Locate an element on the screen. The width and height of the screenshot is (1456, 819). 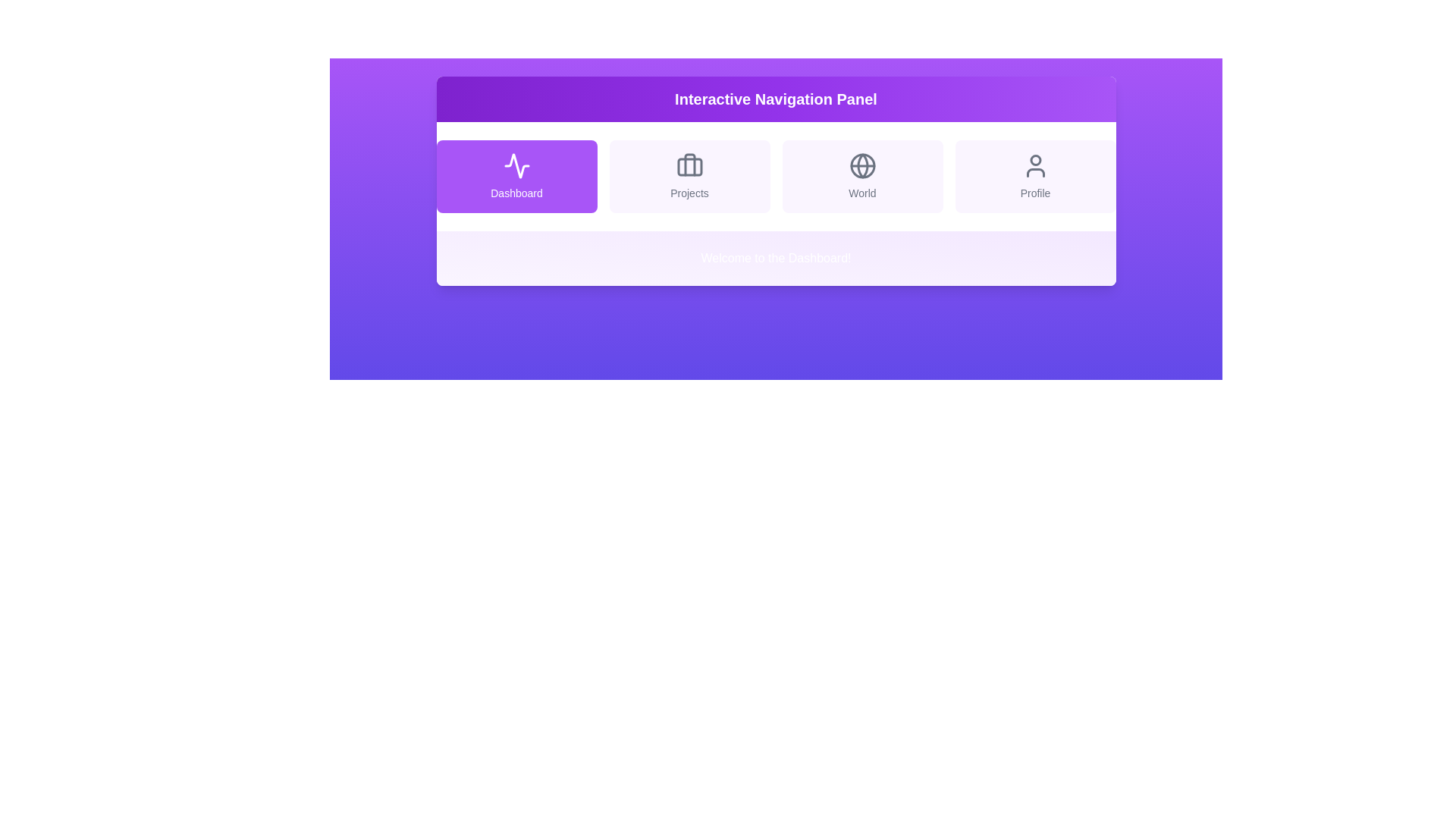
the 'Projects' icon located in the second card from the left in the navigation panel, positioned above the text 'Projects' is located at coordinates (689, 166).